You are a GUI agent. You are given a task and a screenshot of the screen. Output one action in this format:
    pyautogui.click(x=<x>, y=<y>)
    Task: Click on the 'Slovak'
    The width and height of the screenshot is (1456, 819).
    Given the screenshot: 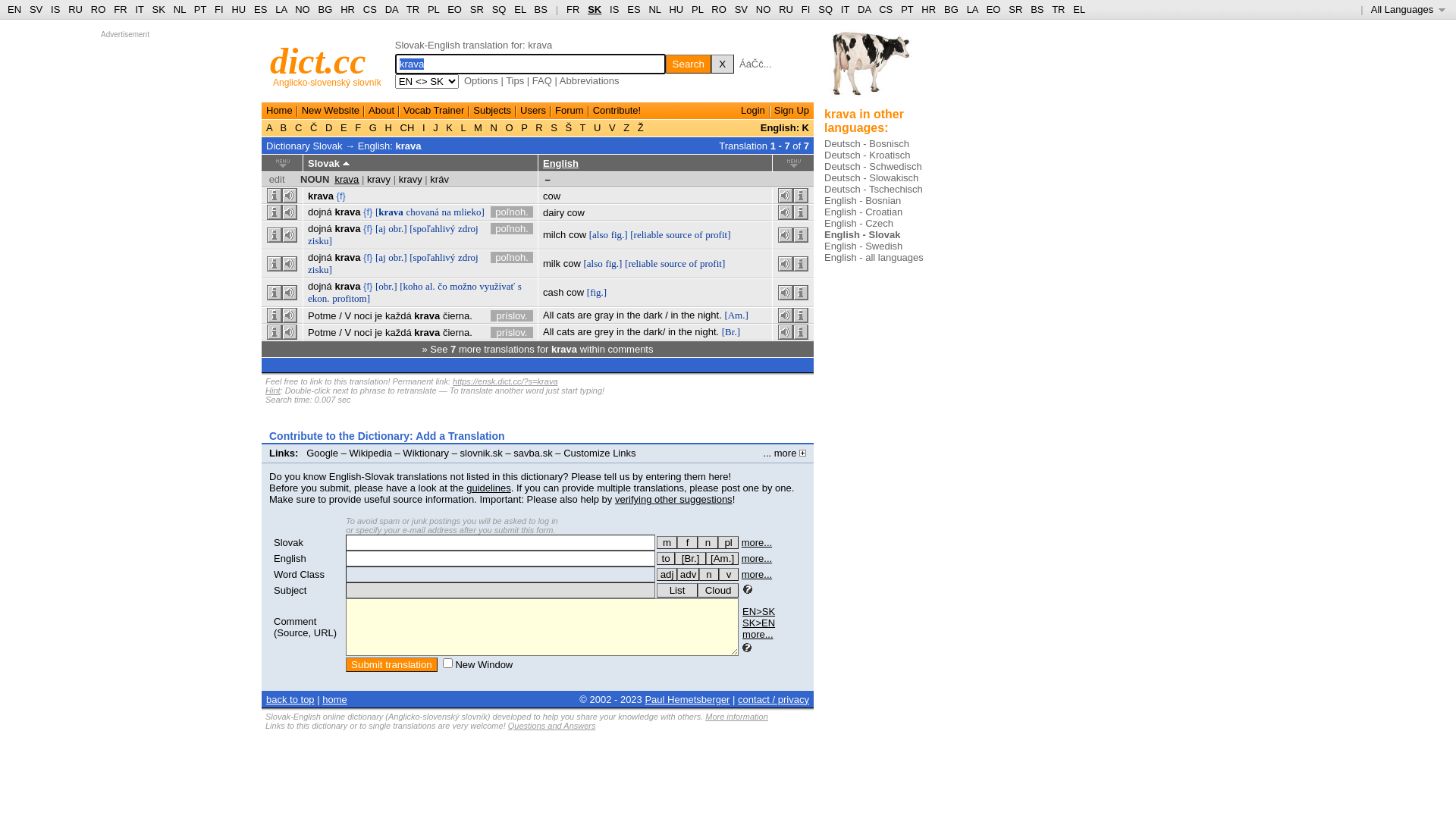 What is the action you would take?
    pyautogui.click(x=288, y=541)
    